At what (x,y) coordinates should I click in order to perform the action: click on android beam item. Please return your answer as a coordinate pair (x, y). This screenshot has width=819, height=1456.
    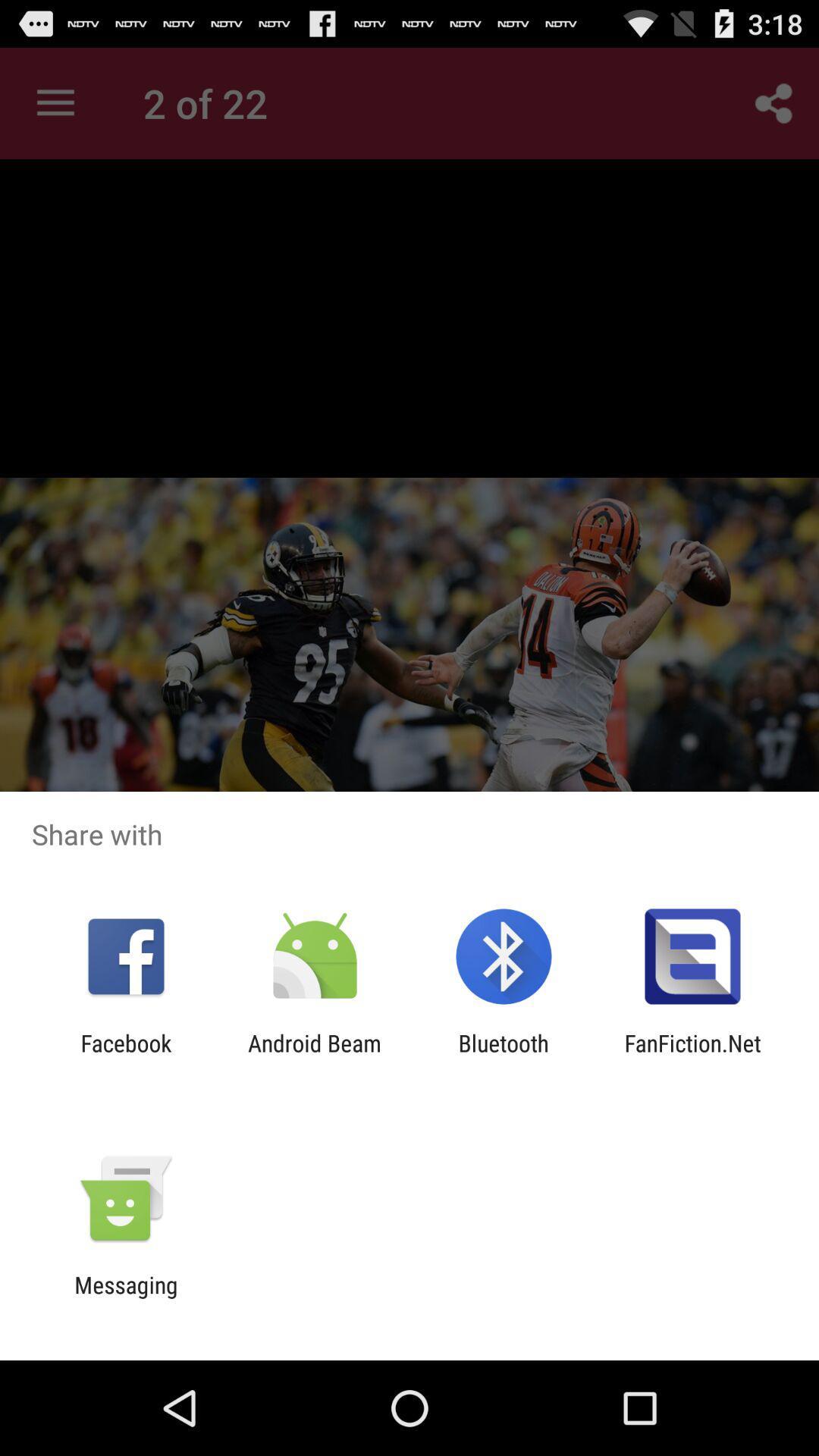
    Looking at the image, I should click on (314, 1056).